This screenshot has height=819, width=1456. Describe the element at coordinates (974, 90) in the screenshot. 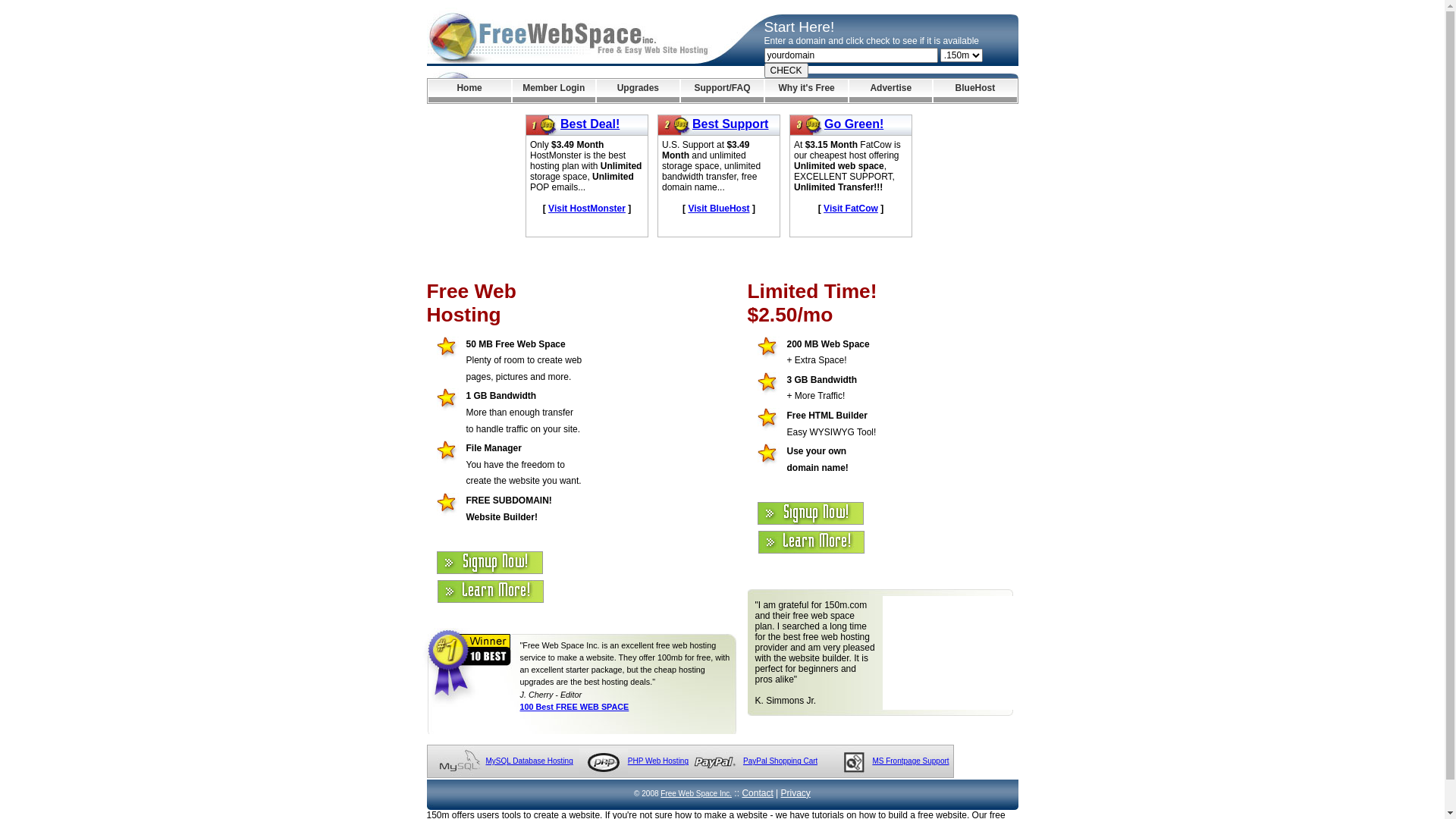

I see `'BlueHost'` at that location.